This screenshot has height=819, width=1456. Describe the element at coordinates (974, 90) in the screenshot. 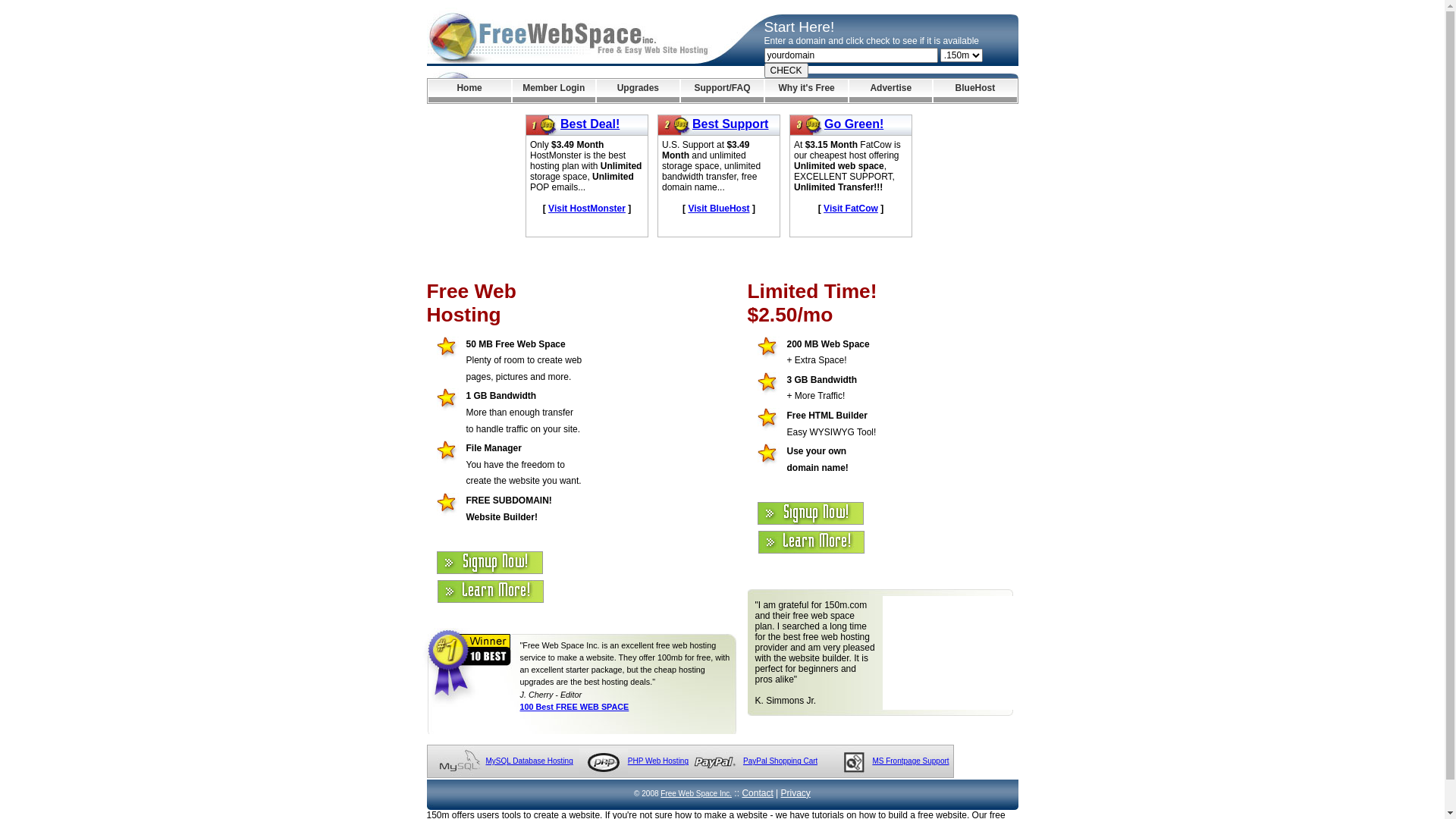

I see `'BlueHost'` at that location.